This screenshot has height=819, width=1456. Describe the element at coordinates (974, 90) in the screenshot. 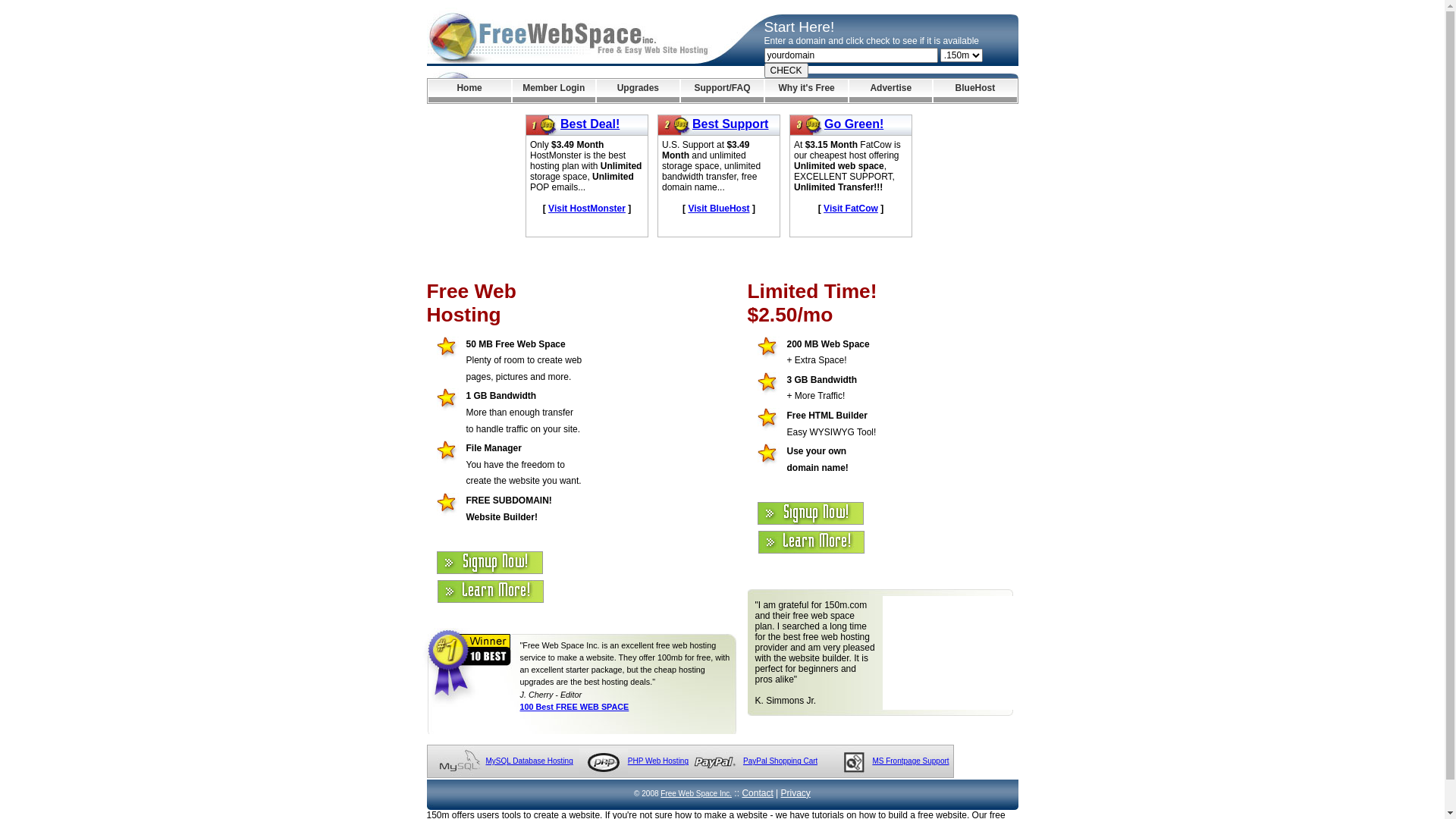

I see `'BlueHost'` at that location.